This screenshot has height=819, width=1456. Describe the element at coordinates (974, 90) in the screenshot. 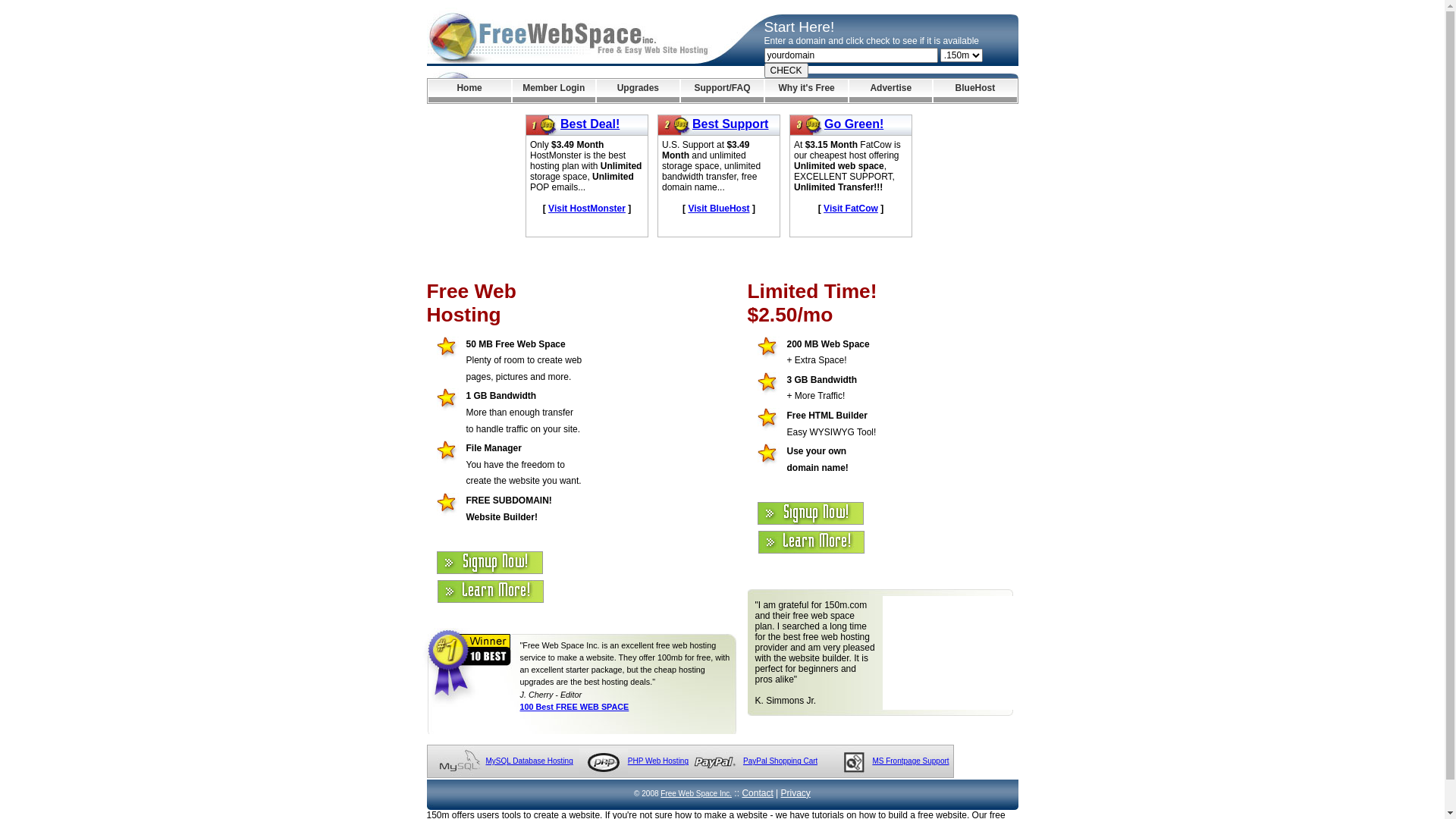

I see `'BlueHost'` at that location.